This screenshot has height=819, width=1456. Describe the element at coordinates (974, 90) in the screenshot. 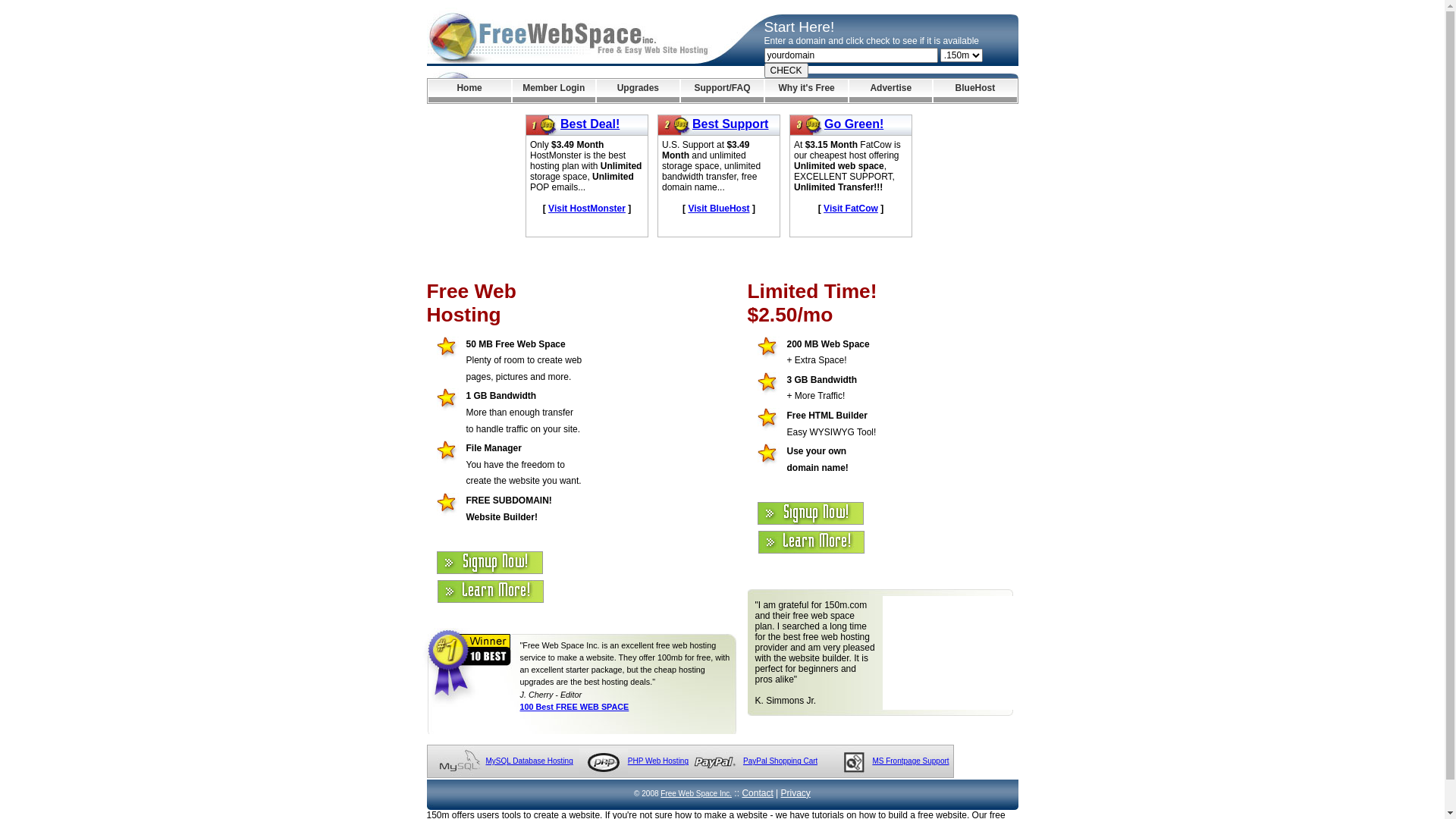

I see `'BlueHost'` at that location.